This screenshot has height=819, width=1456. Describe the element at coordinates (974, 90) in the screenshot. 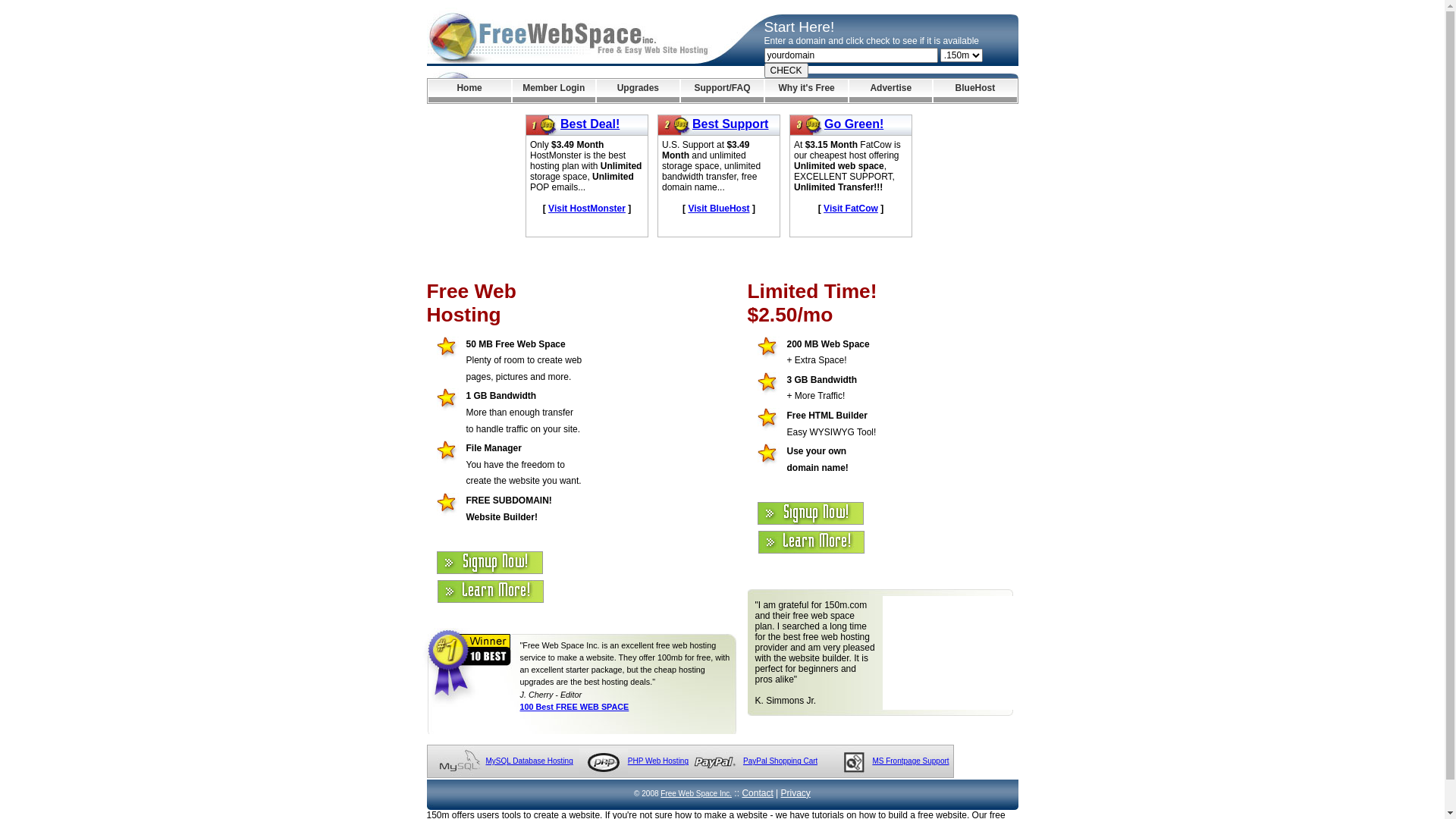

I see `'BlueHost'` at that location.